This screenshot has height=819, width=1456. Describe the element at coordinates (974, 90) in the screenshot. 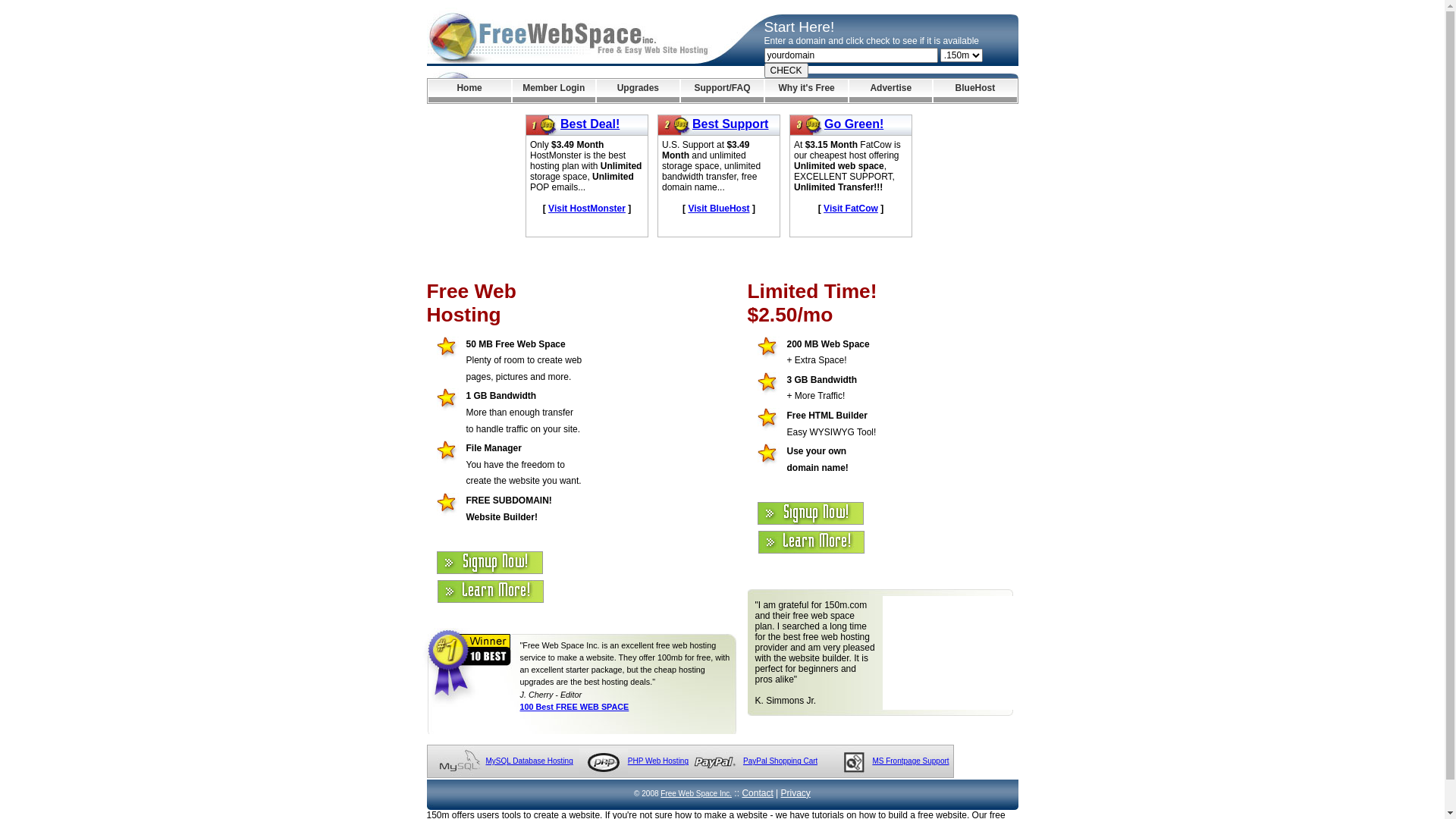

I see `'BlueHost'` at that location.